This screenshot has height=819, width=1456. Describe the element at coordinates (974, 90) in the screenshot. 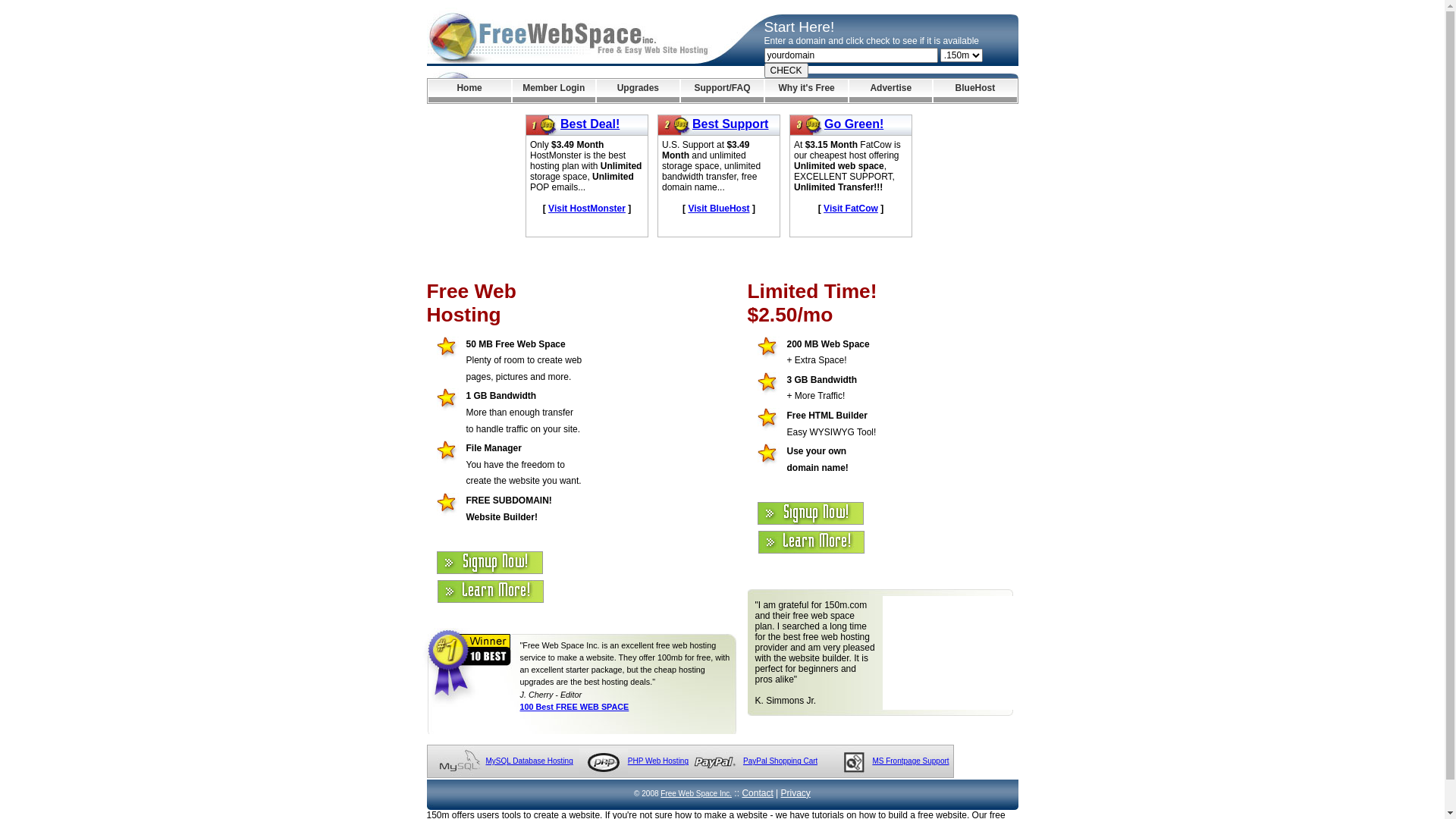

I see `'BlueHost'` at that location.